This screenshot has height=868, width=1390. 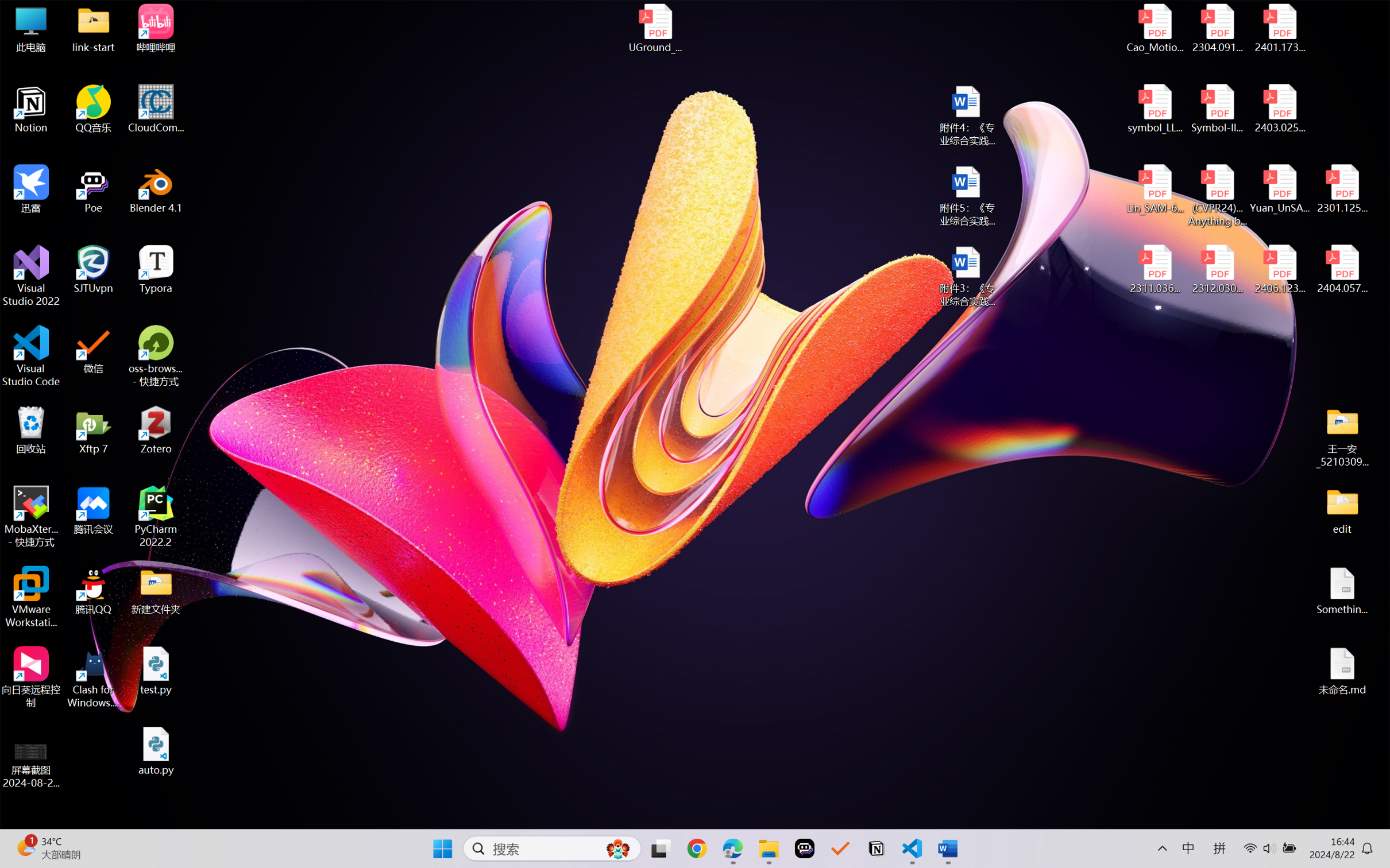 What do you see at coordinates (697, 848) in the screenshot?
I see `'Google Chrome'` at bounding box center [697, 848].